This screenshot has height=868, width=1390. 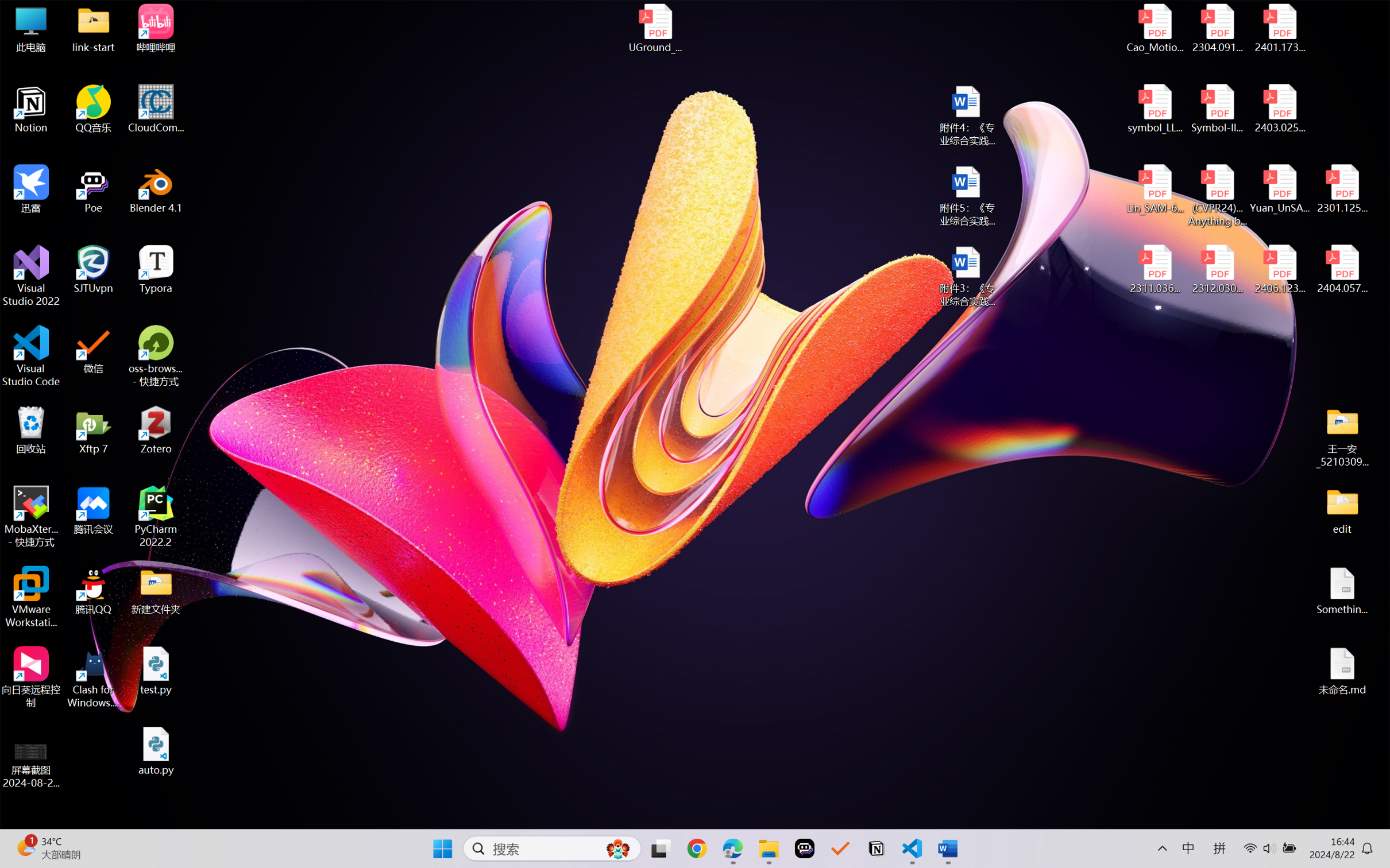 What do you see at coordinates (697, 848) in the screenshot?
I see `'Google Chrome'` at bounding box center [697, 848].